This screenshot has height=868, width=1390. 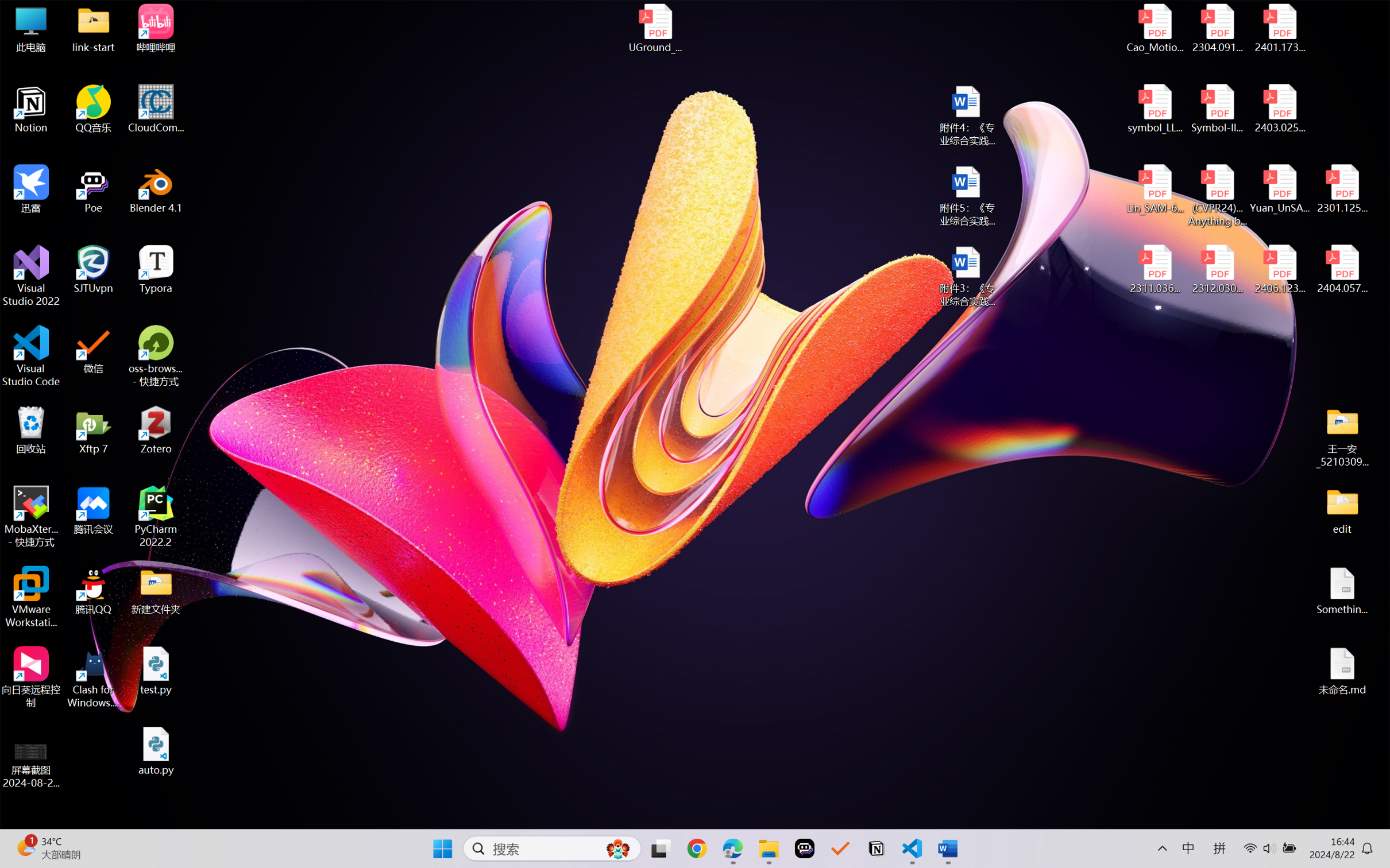 What do you see at coordinates (697, 848) in the screenshot?
I see `'Google Chrome'` at bounding box center [697, 848].